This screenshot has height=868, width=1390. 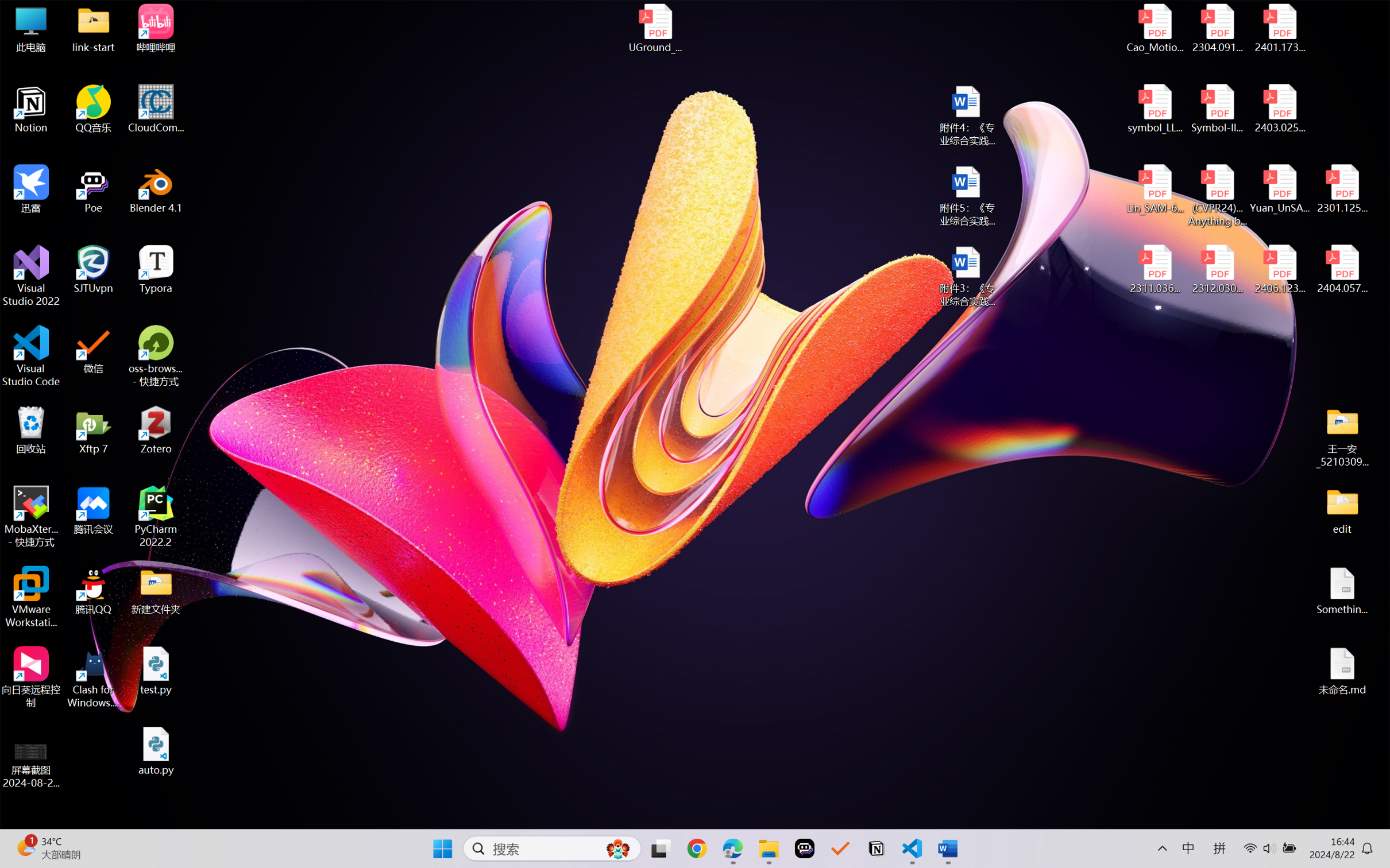 What do you see at coordinates (697, 848) in the screenshot?
I see `'Google Chrome'` at bounding box center [697, 848].